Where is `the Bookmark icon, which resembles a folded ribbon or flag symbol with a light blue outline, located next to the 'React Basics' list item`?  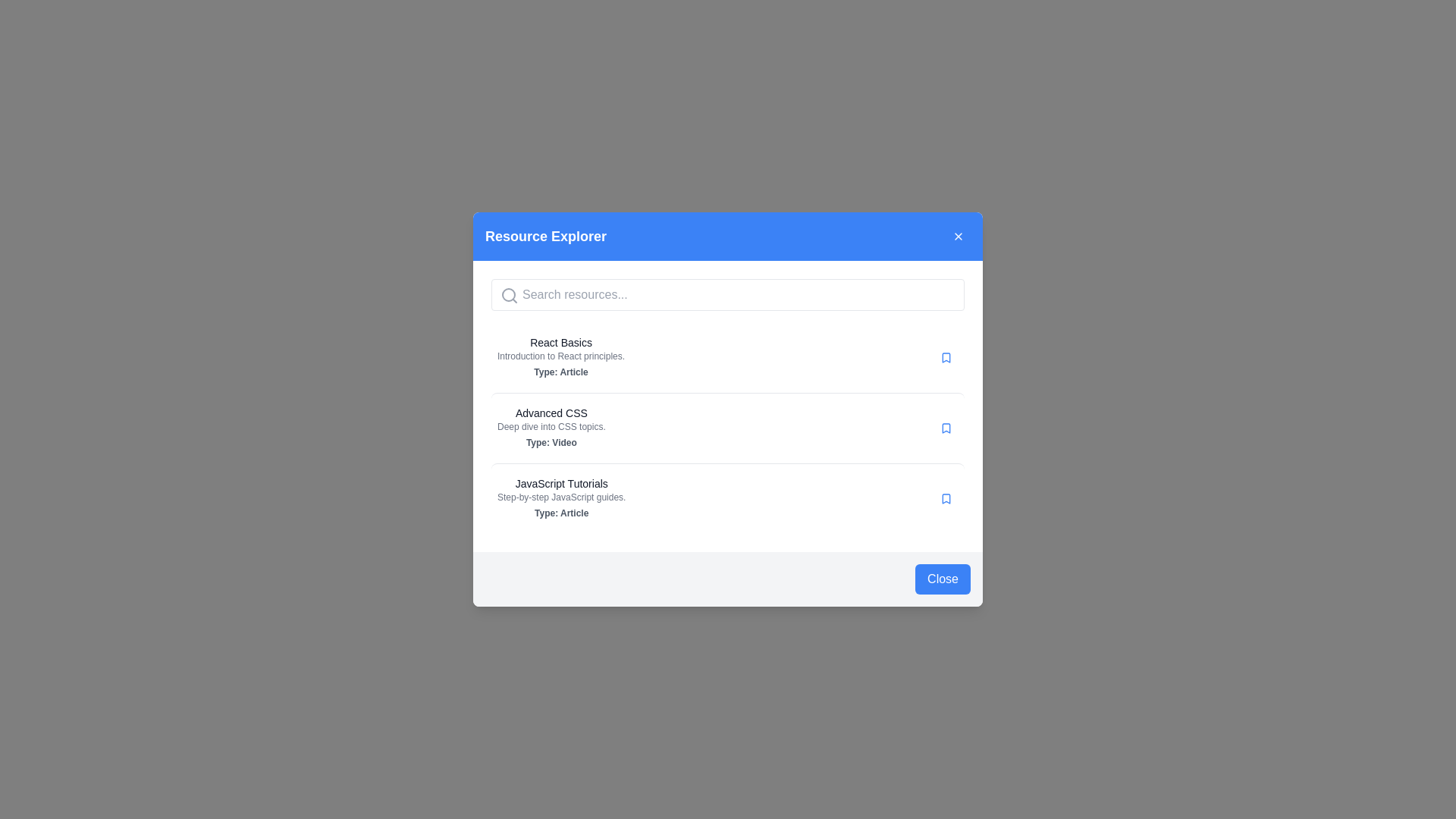 the Bookmark icon, which resembles a folded ribbon or flag symbol with a light blue outline, located next to the 'React Basics' list item is located at coordinates (946, 357).